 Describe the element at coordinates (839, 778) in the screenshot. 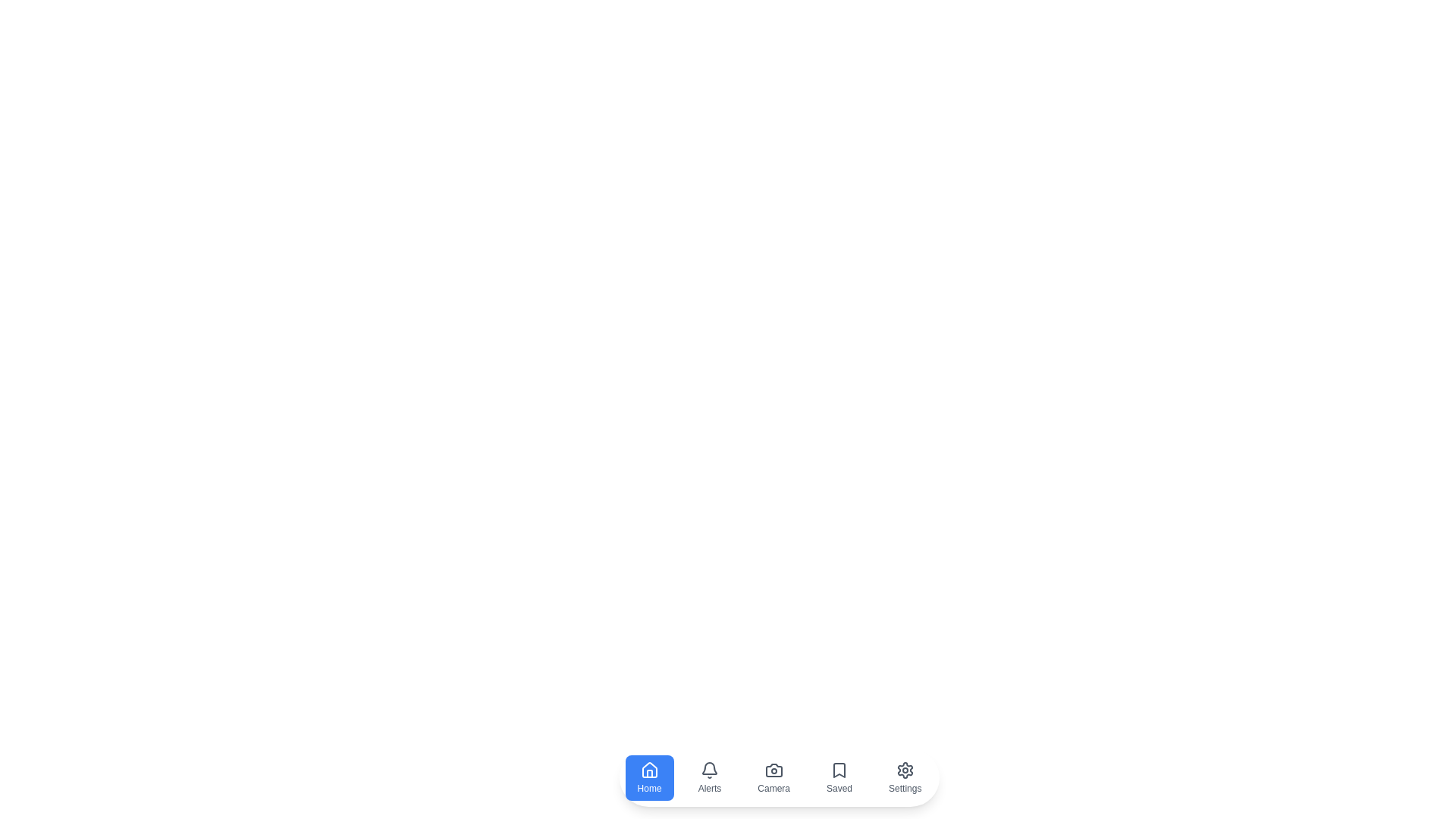

I see `the Saved icon in the bottom navigation bar` at that location.